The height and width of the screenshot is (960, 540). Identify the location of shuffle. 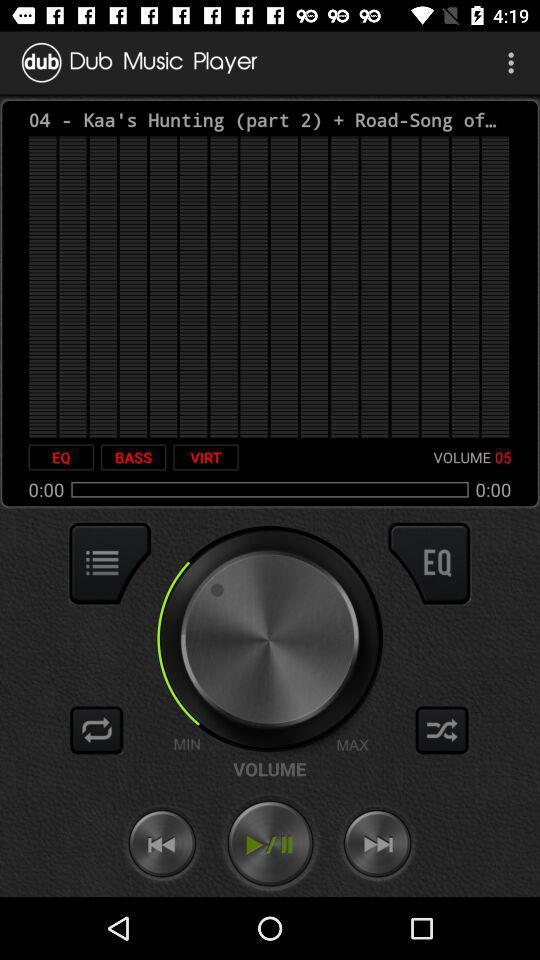
(442, 729).